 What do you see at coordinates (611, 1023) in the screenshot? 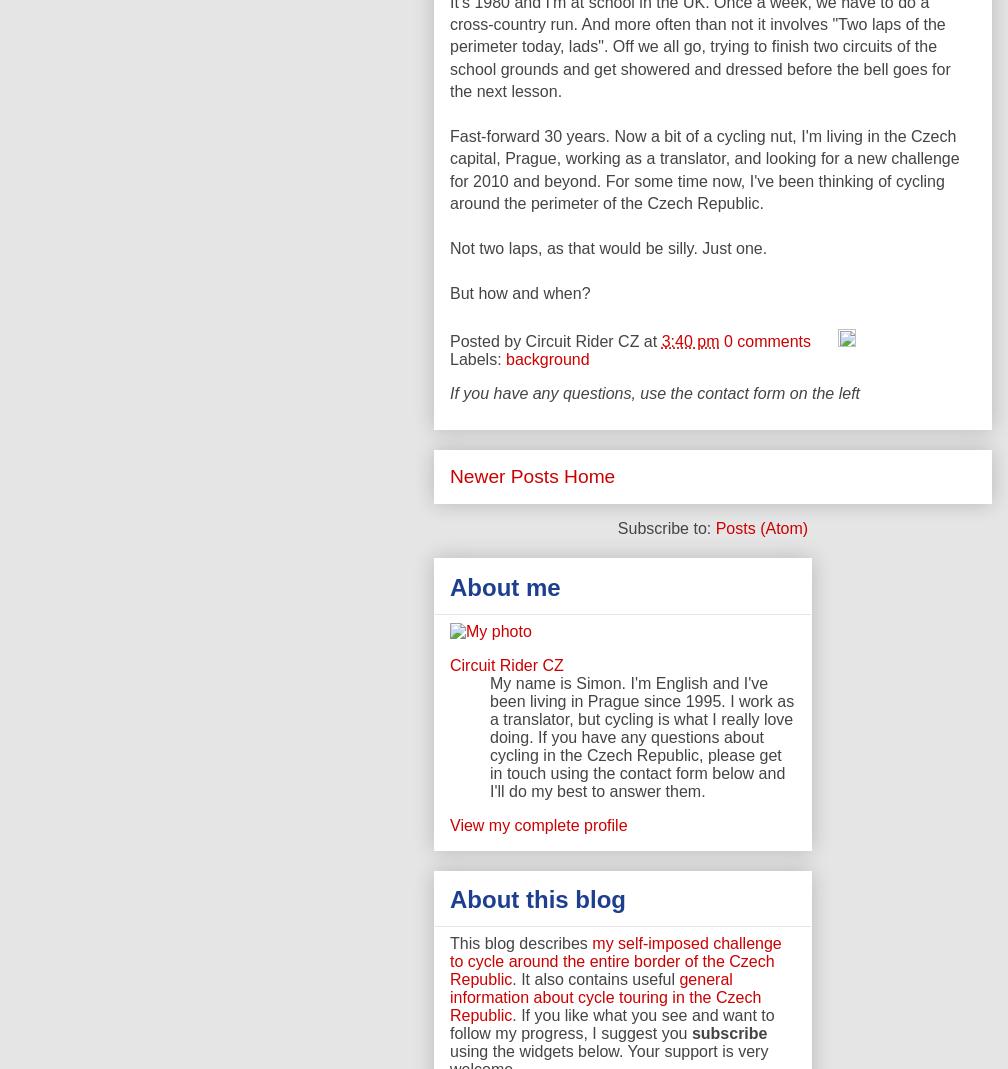
I see `'. If you like what you see and want to follow my progress, I suggest you'` at bounding box center [611, 1023].